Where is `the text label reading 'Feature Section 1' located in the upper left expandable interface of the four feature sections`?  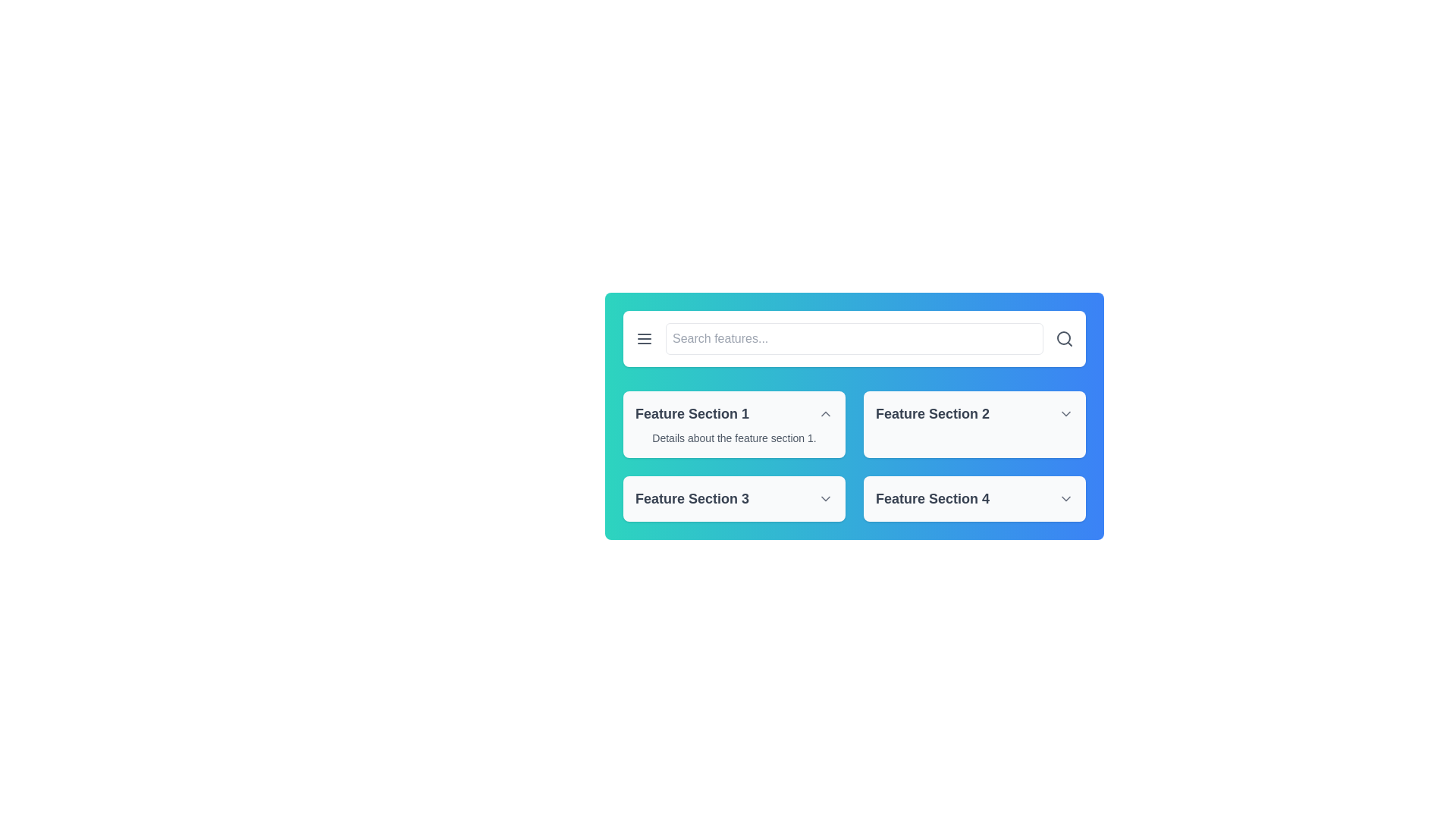
the text label reading 'Feature Section 1' located in the upper left expandable interface of the four feature sections is located at coordinates (691, 414).